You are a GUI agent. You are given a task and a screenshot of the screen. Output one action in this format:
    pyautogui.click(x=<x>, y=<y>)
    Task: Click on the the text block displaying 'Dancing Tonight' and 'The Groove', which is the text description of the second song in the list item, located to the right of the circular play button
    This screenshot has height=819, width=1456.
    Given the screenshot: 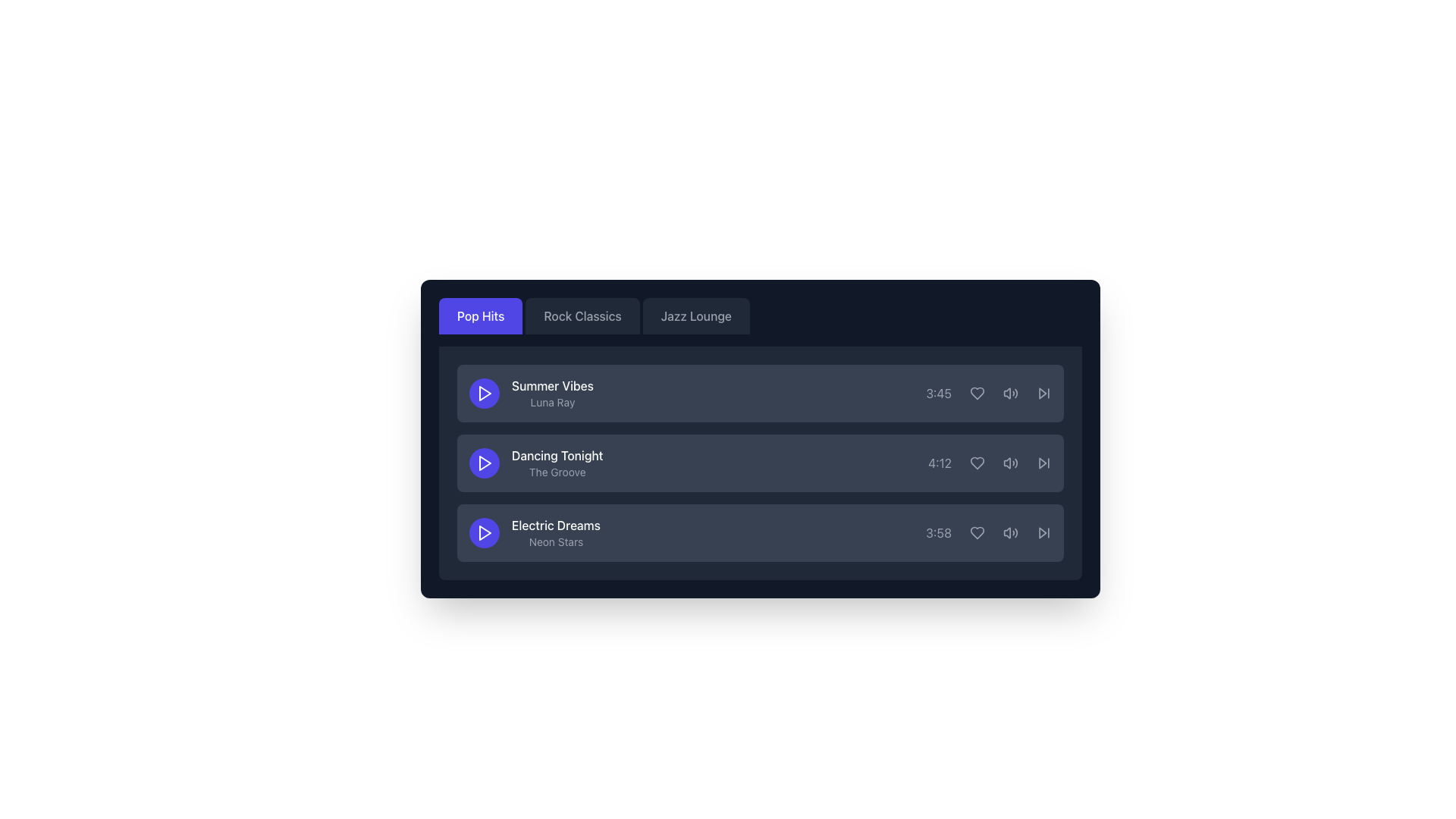 What is the action you would take?
    pyautogui.click(x=557, y=462)
    